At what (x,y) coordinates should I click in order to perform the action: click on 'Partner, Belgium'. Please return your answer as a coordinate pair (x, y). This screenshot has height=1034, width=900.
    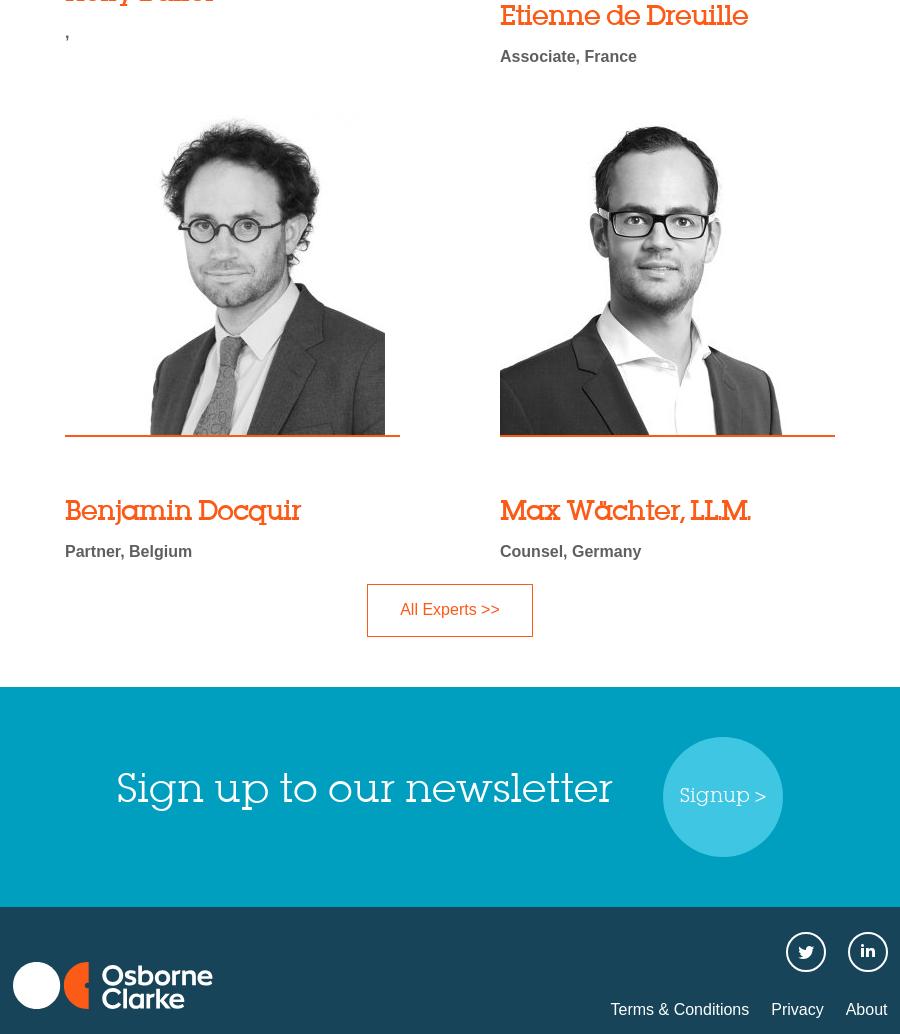
    Looking at the image, I should click on (128, 550).